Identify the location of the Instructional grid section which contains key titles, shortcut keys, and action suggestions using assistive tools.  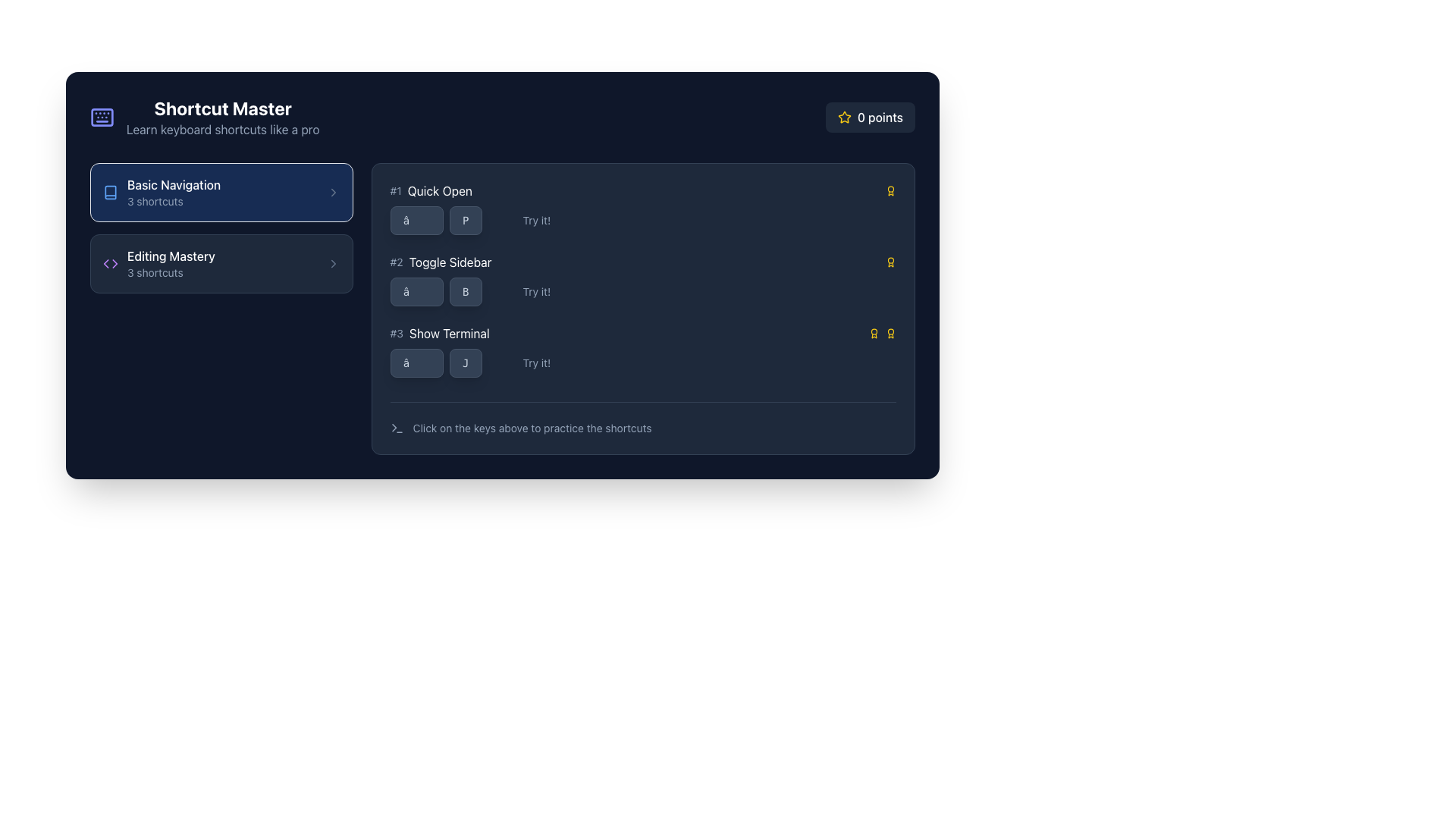
(643, 280).